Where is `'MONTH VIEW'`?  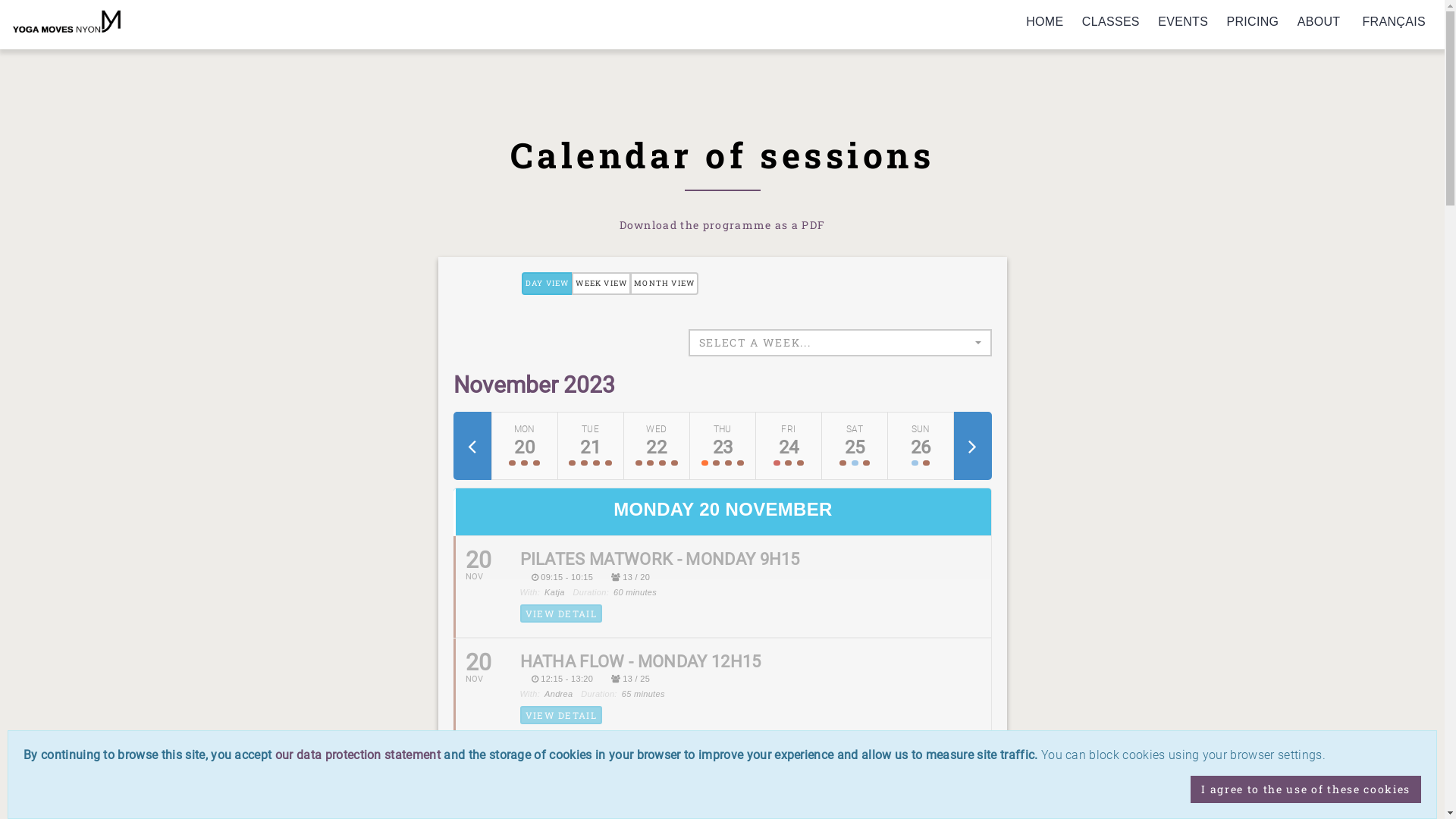 'MONTH VIEW' is located at coordinates (629, 284).